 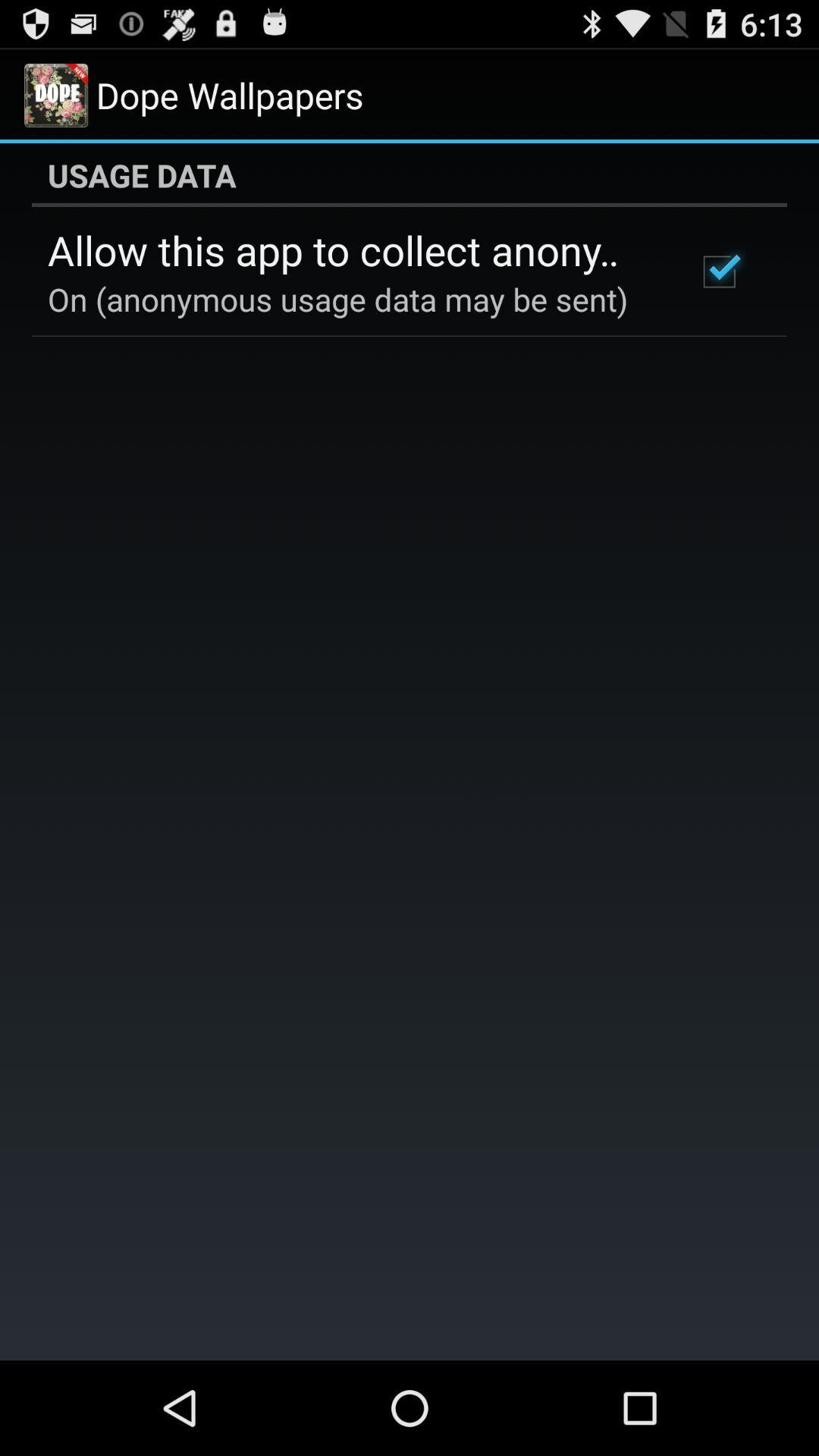 I want to click on the icon above the on anonymous usage icon, so click(x=351, y=249).